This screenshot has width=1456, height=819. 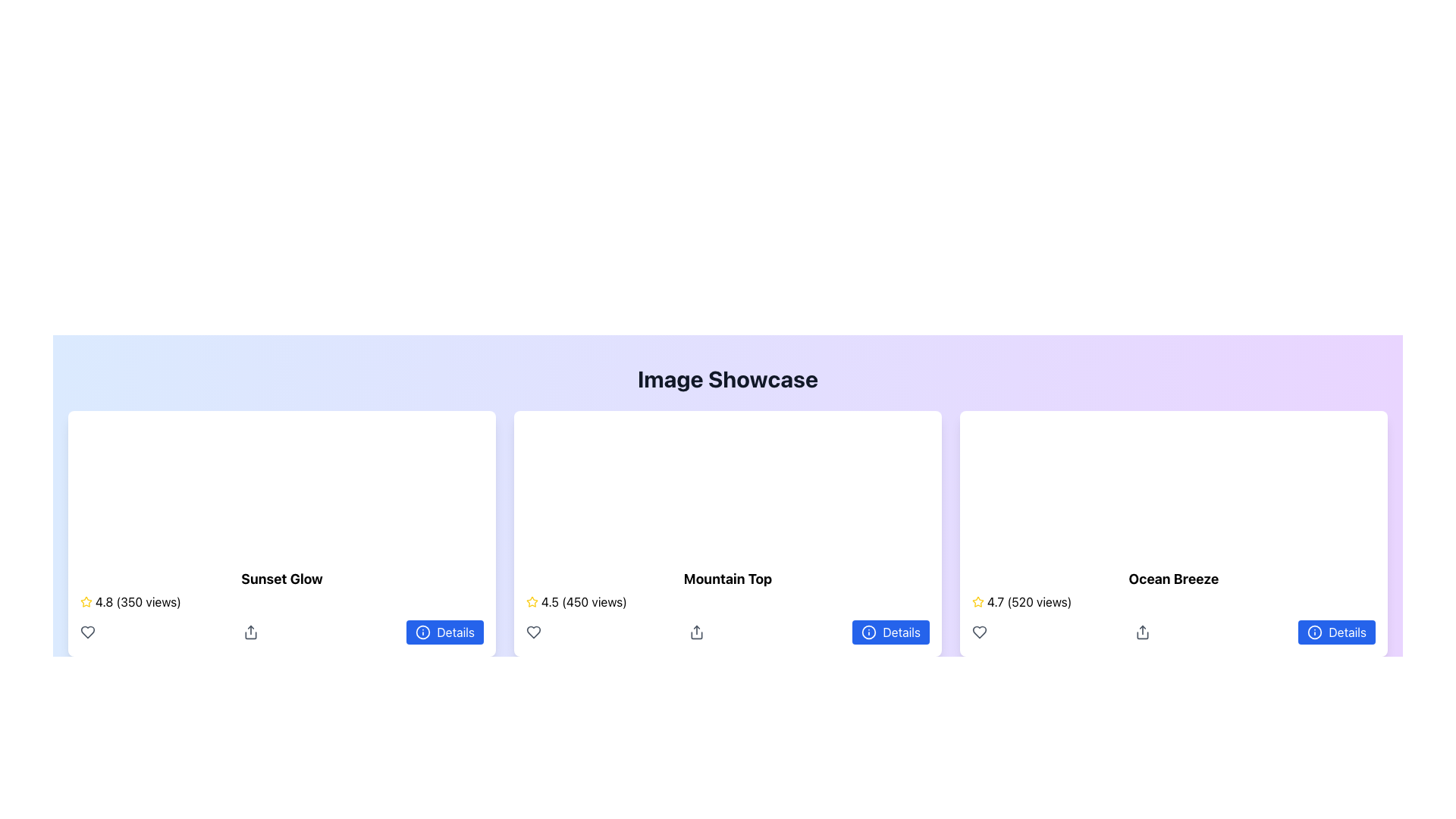 I want to click on the 'like' icon button located below the rating and views text in the 'Mountain Top' grid item, so click(x=534, y=632).